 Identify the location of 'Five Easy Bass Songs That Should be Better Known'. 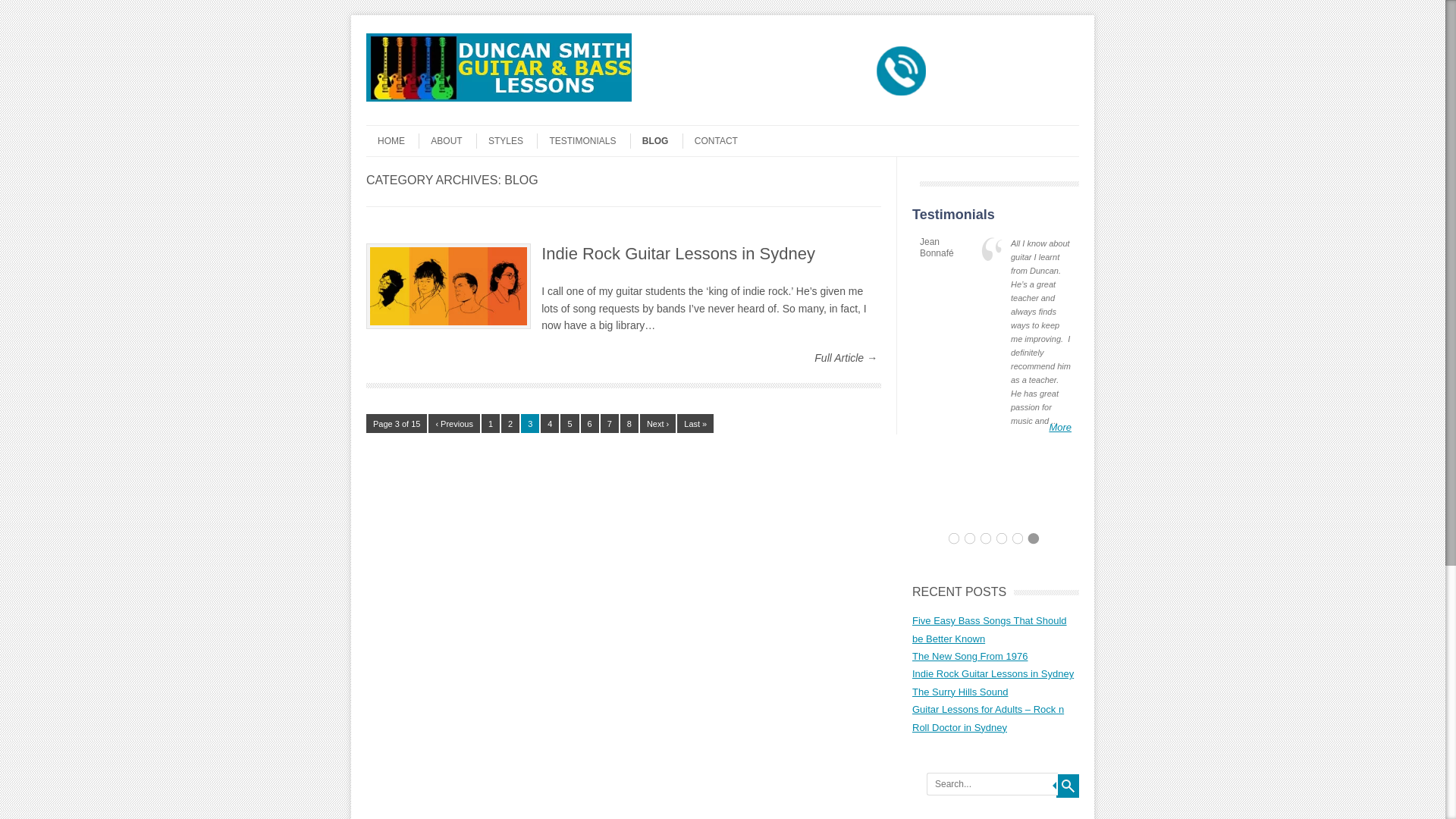
(990, 629).